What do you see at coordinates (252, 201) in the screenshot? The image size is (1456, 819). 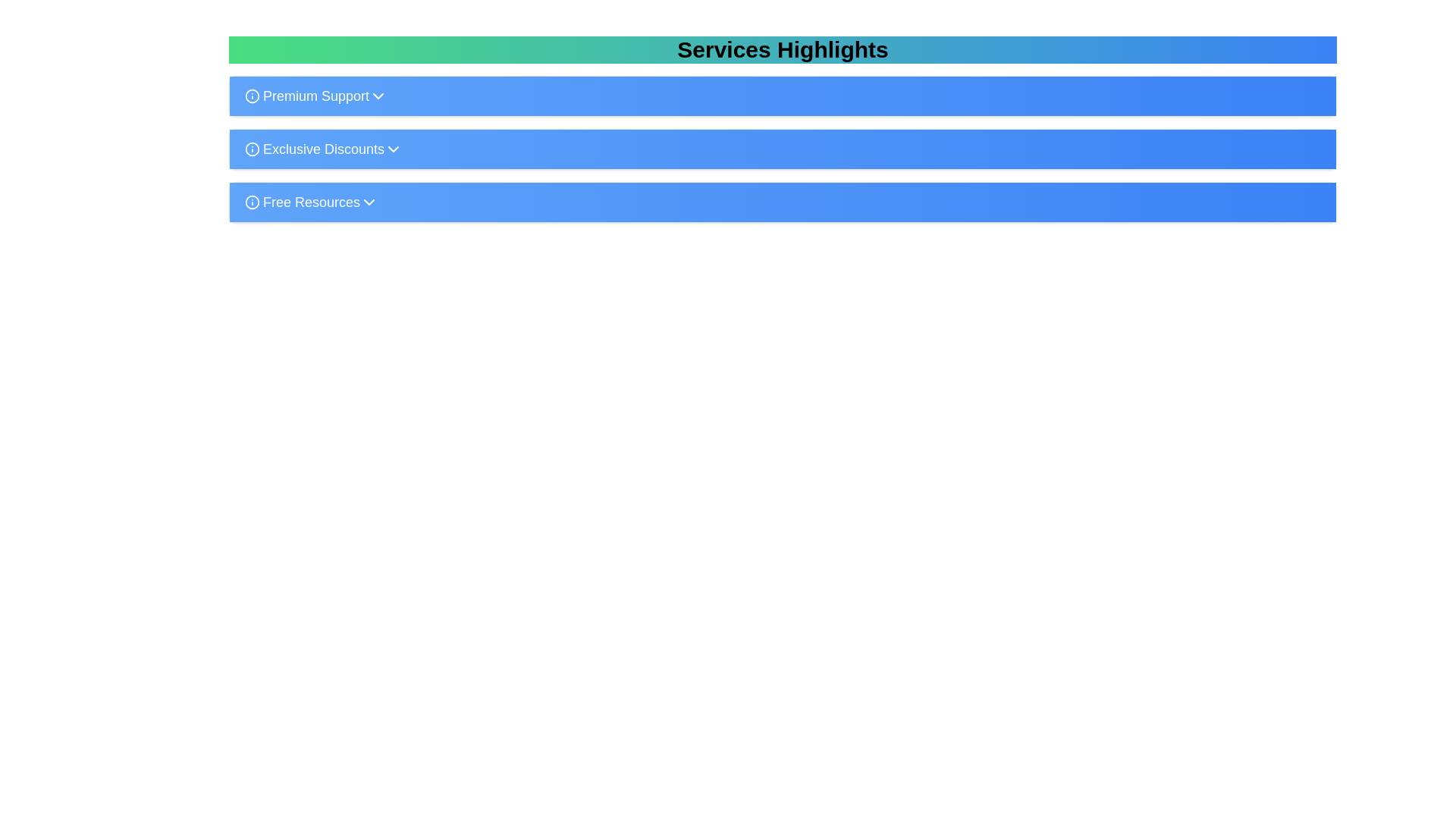 I see `the informational icon located to the left of the 'Free Resources' text, which provides additional context or help about that section` at bounding box center [252, 201].